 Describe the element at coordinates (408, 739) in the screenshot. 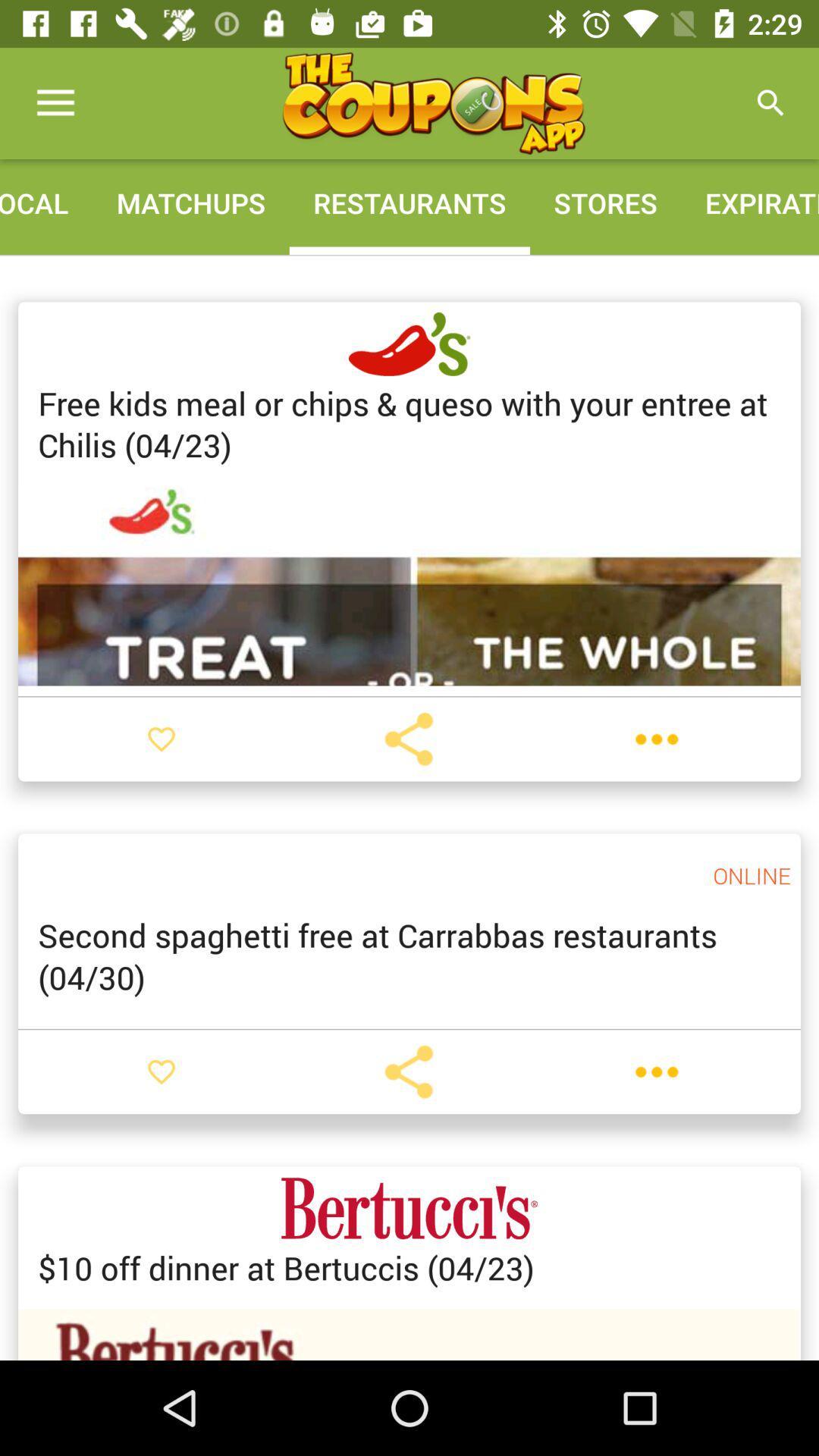

I see `share the article to others` at that location.